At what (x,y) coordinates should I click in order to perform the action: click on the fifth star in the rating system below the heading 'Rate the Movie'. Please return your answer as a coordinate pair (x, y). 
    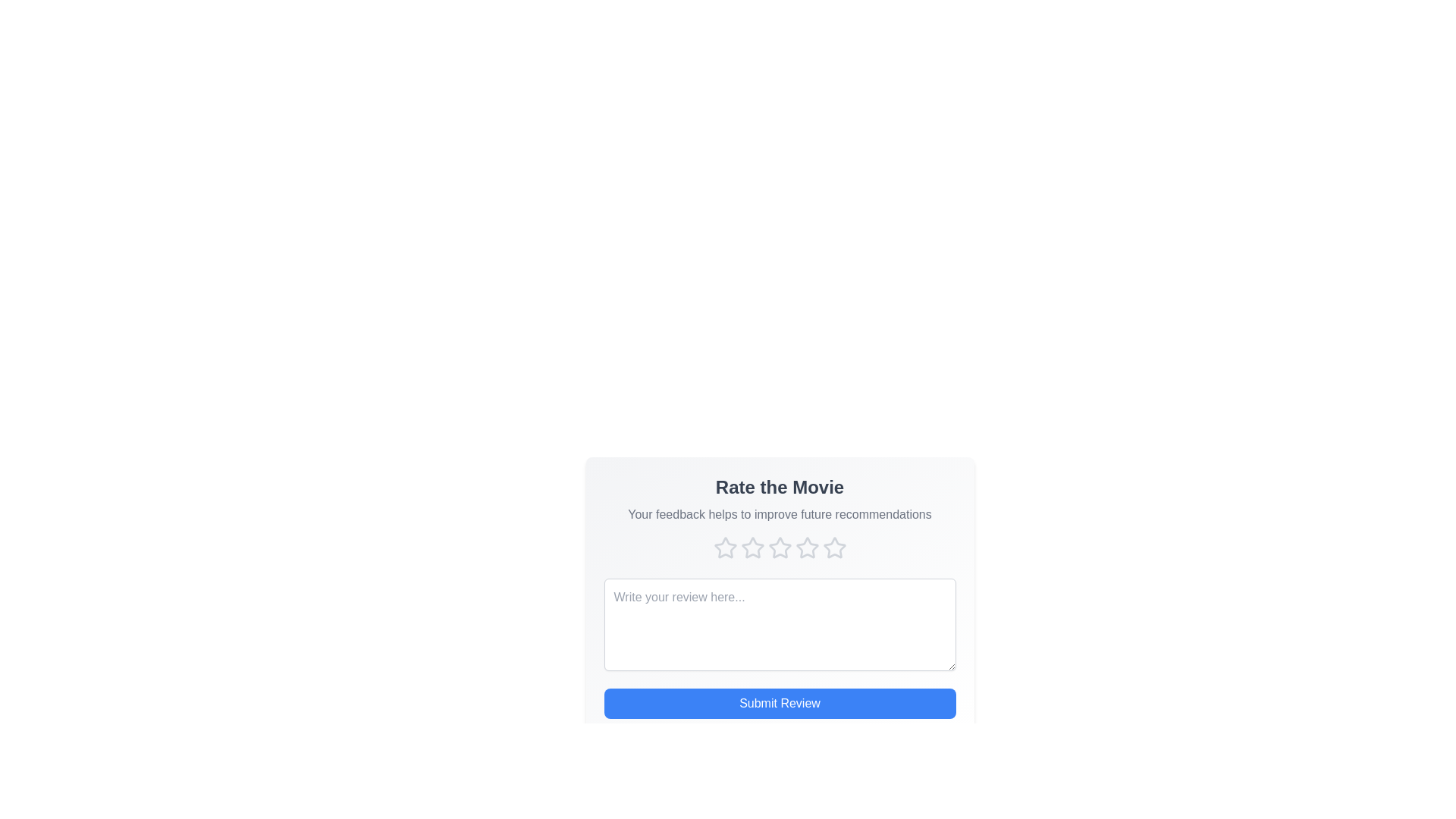
    Looking at the image, I should click on (833, 548).